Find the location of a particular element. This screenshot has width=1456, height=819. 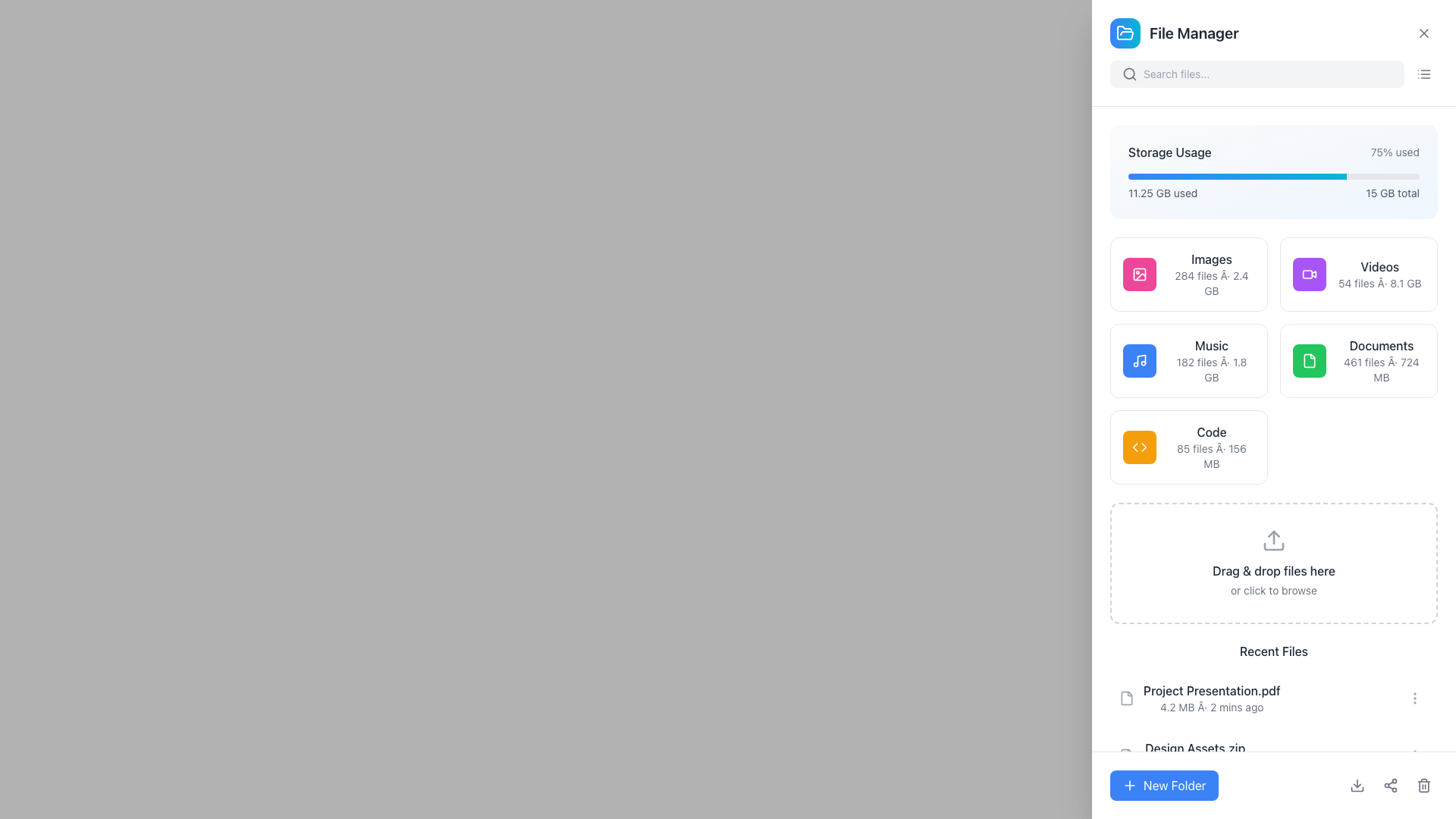

the 'Images' icon, which is the first item in a group of five colorful boxes representing different file categories is located at coordinates (1139, 275).